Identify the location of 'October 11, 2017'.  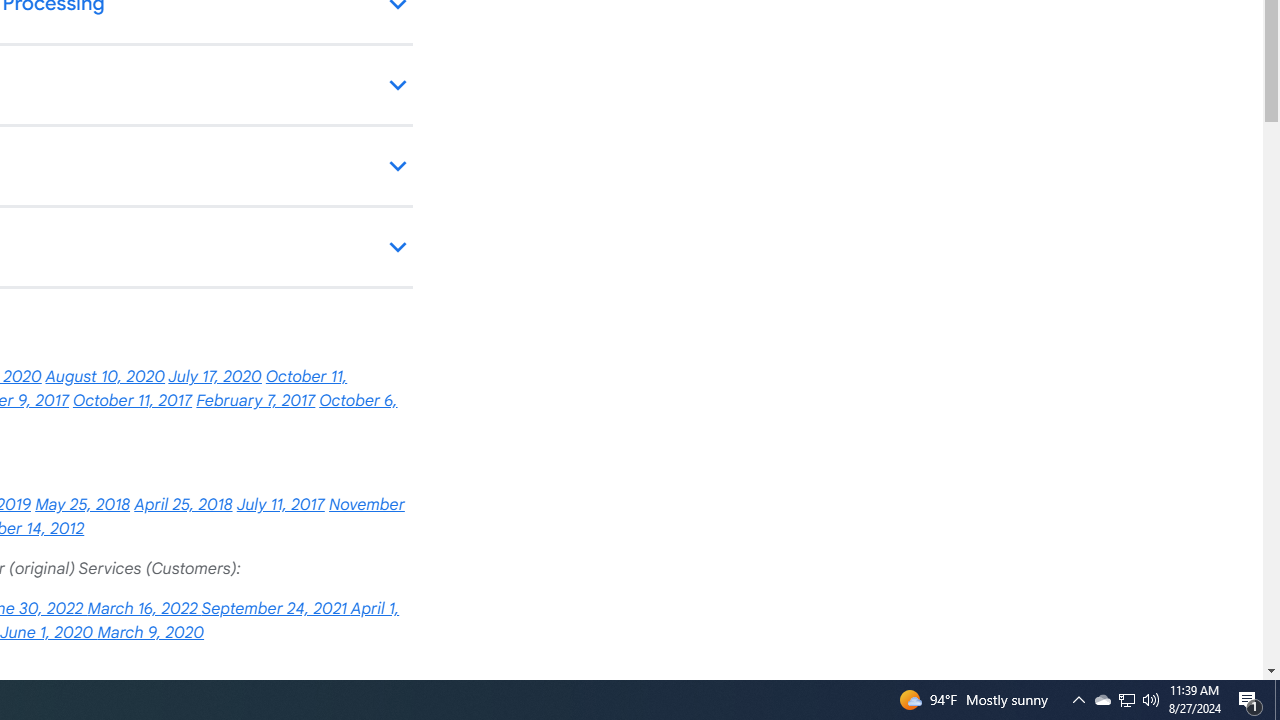
(131, 401).